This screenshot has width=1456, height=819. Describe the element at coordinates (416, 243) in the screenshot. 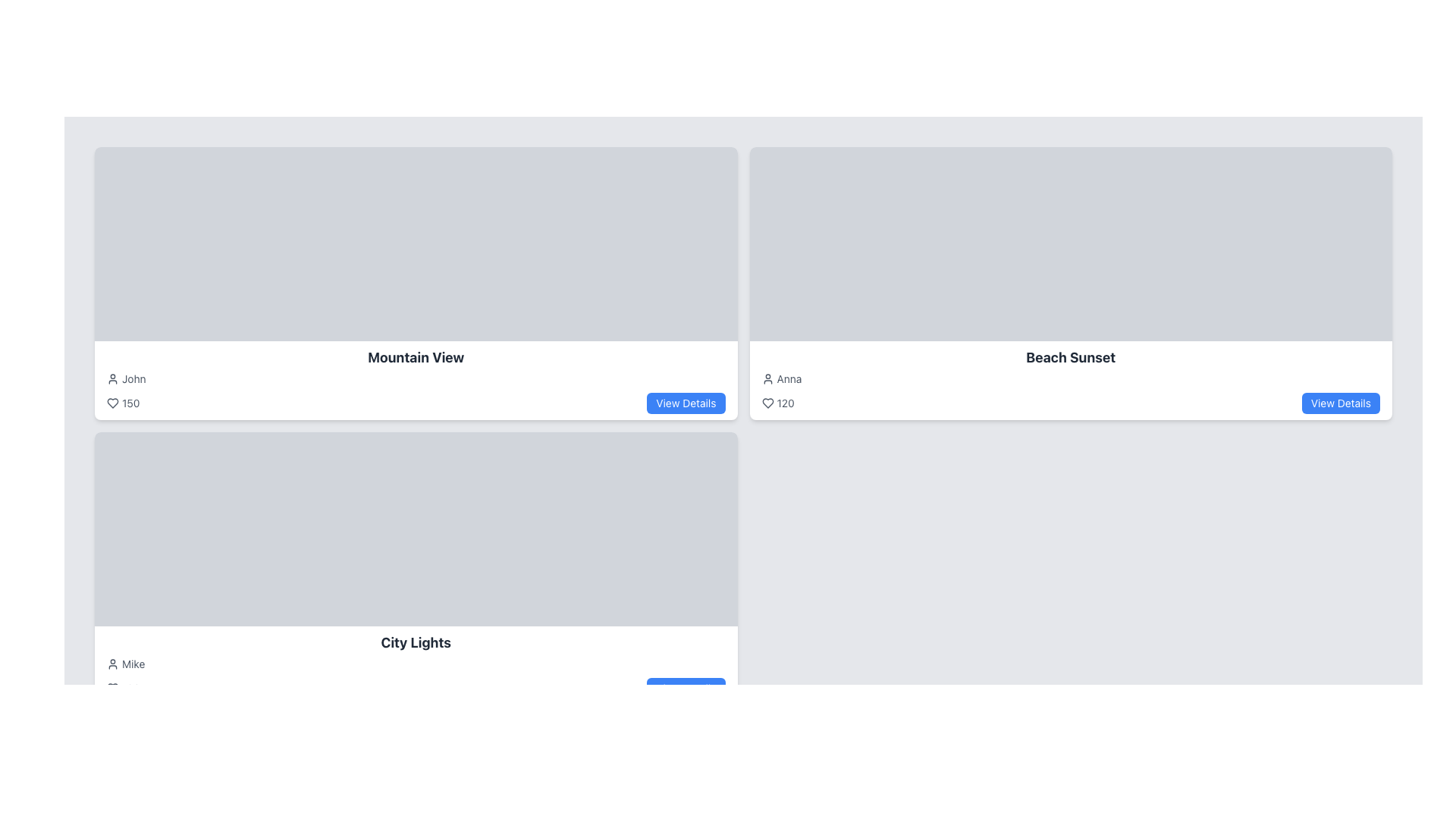

I see `the image placeholder located in the upper part of the 'Mountain View' card component` at that location.